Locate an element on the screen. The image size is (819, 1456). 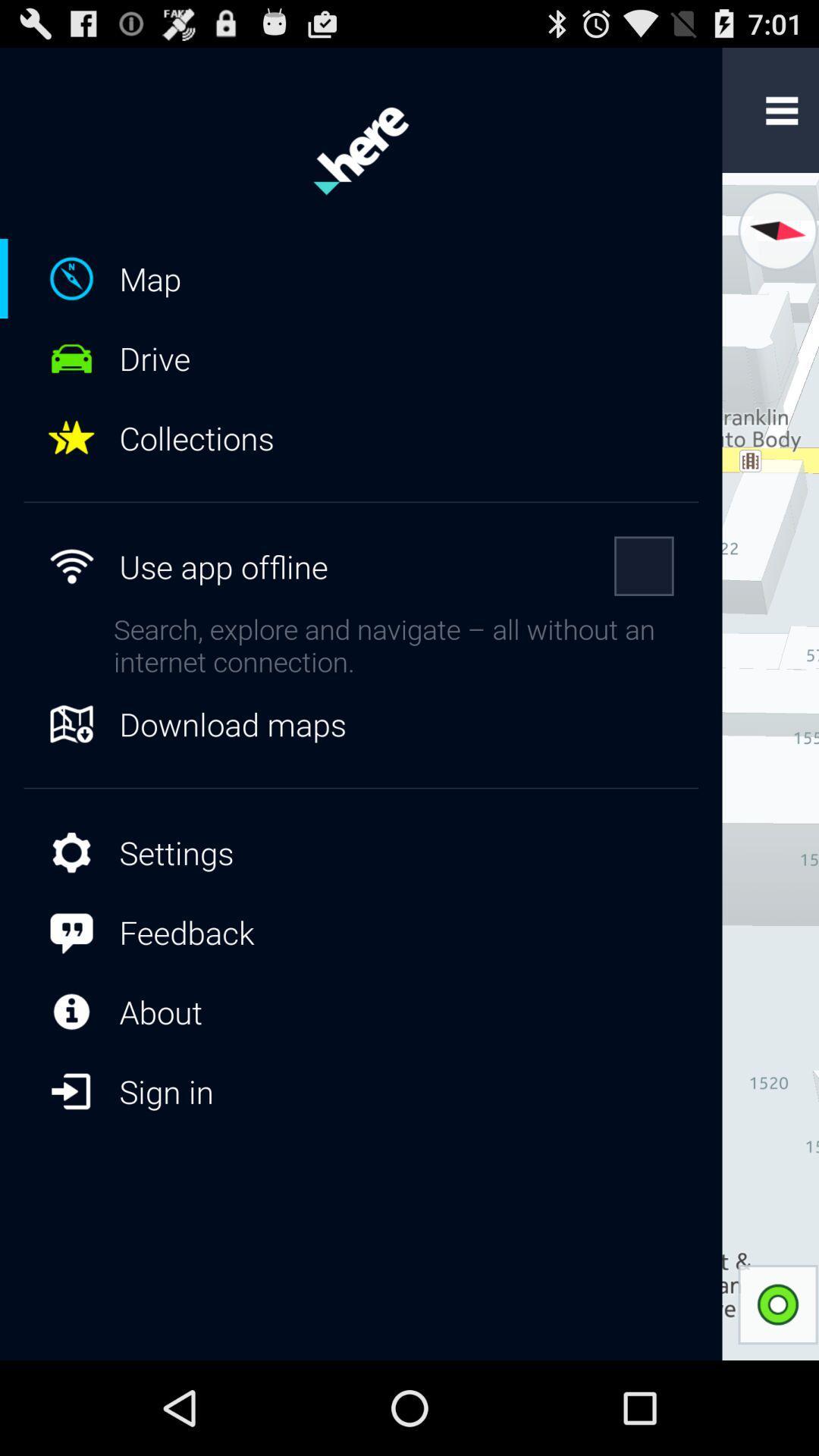
the explore icon is located at coordinates (776, 246).